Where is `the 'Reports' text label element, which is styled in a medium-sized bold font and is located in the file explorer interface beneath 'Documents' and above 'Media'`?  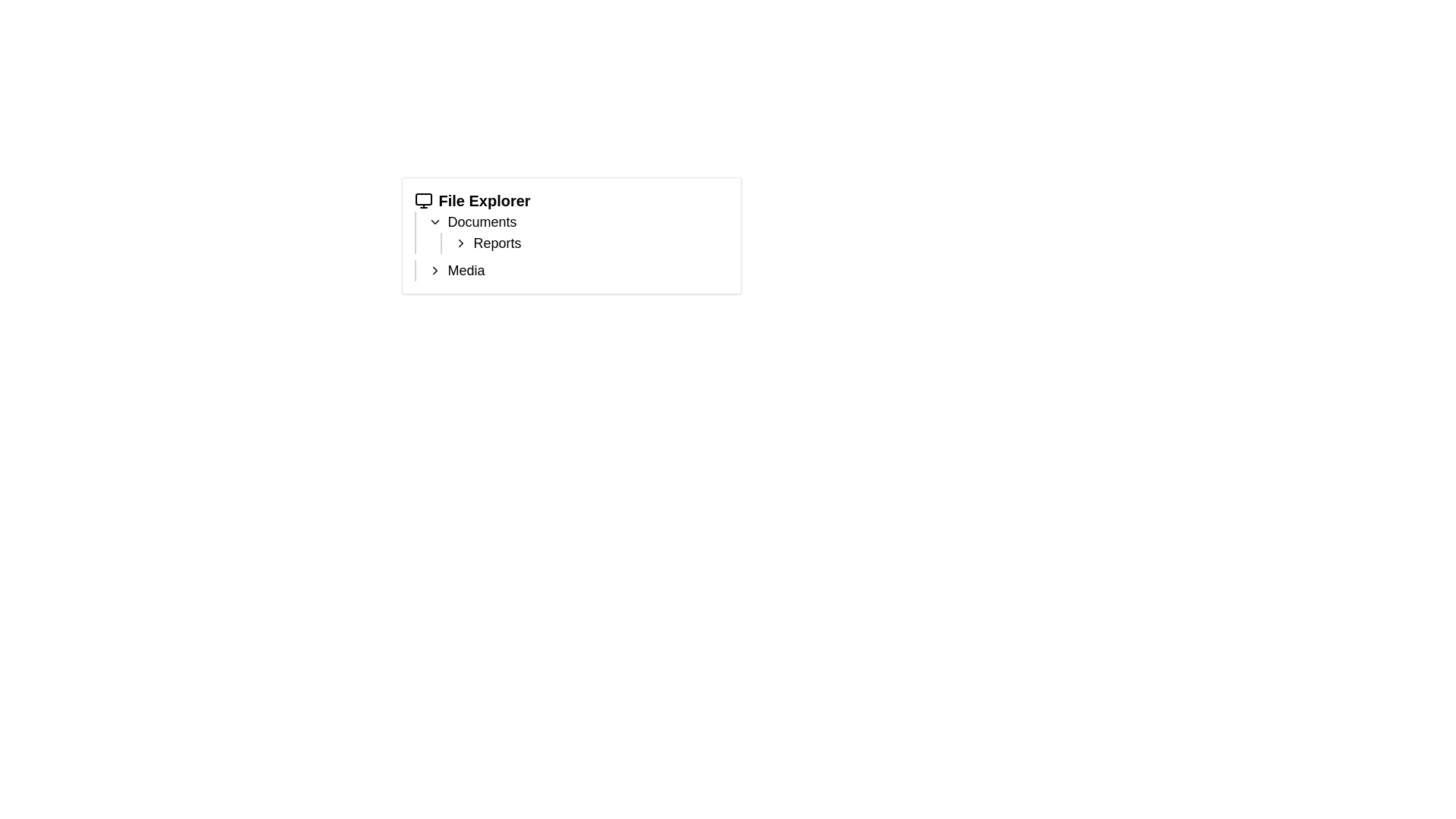
the 'Reports' text label element, which is styled in a medium-sized bold font and is located in the file explorer interface beneath 'Documents' and above 'Media' is located at coordinates (497, 242).